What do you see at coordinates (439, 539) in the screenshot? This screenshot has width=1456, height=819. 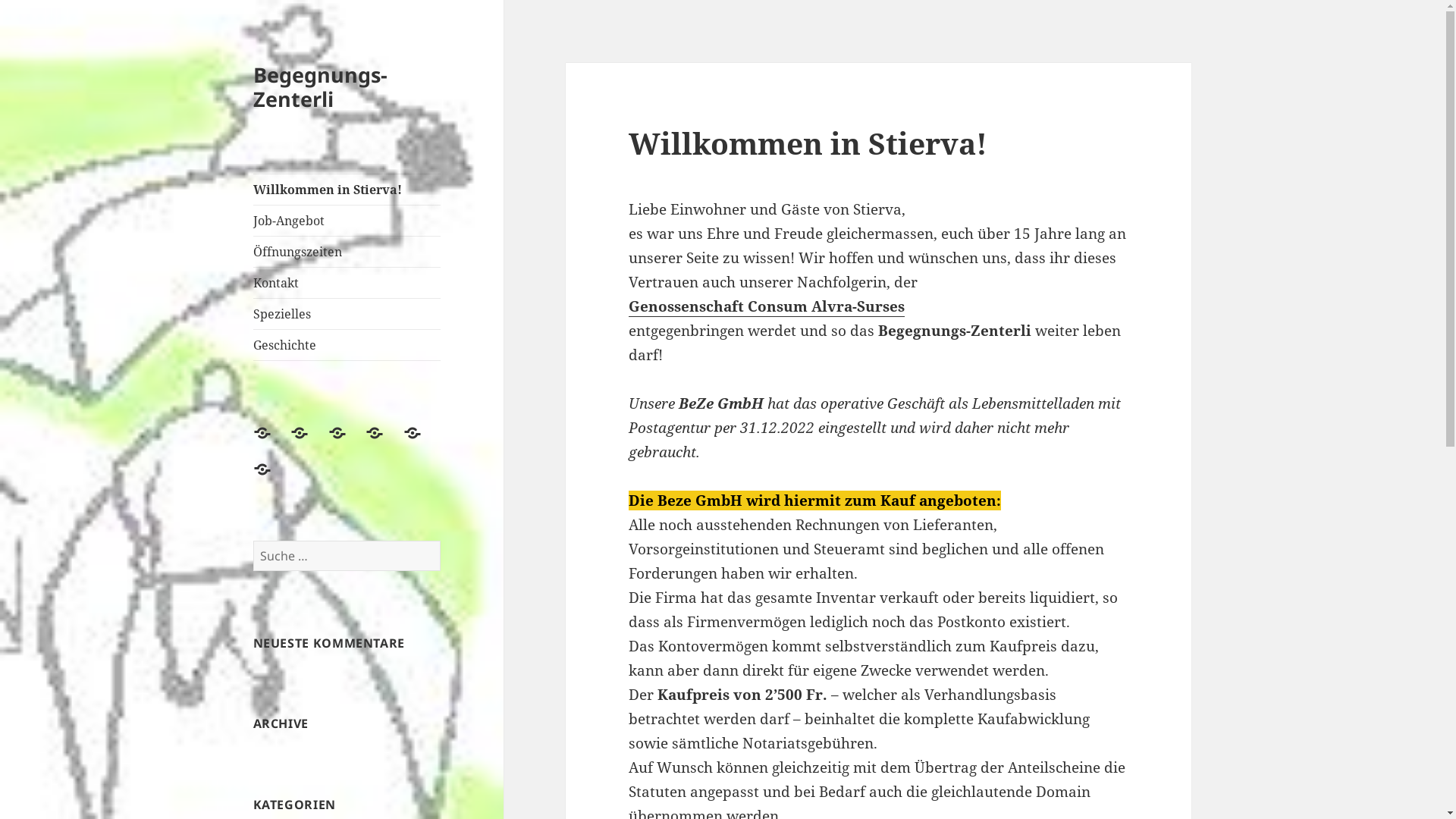 I see `'Suche'` at bounding box center [439, 539].